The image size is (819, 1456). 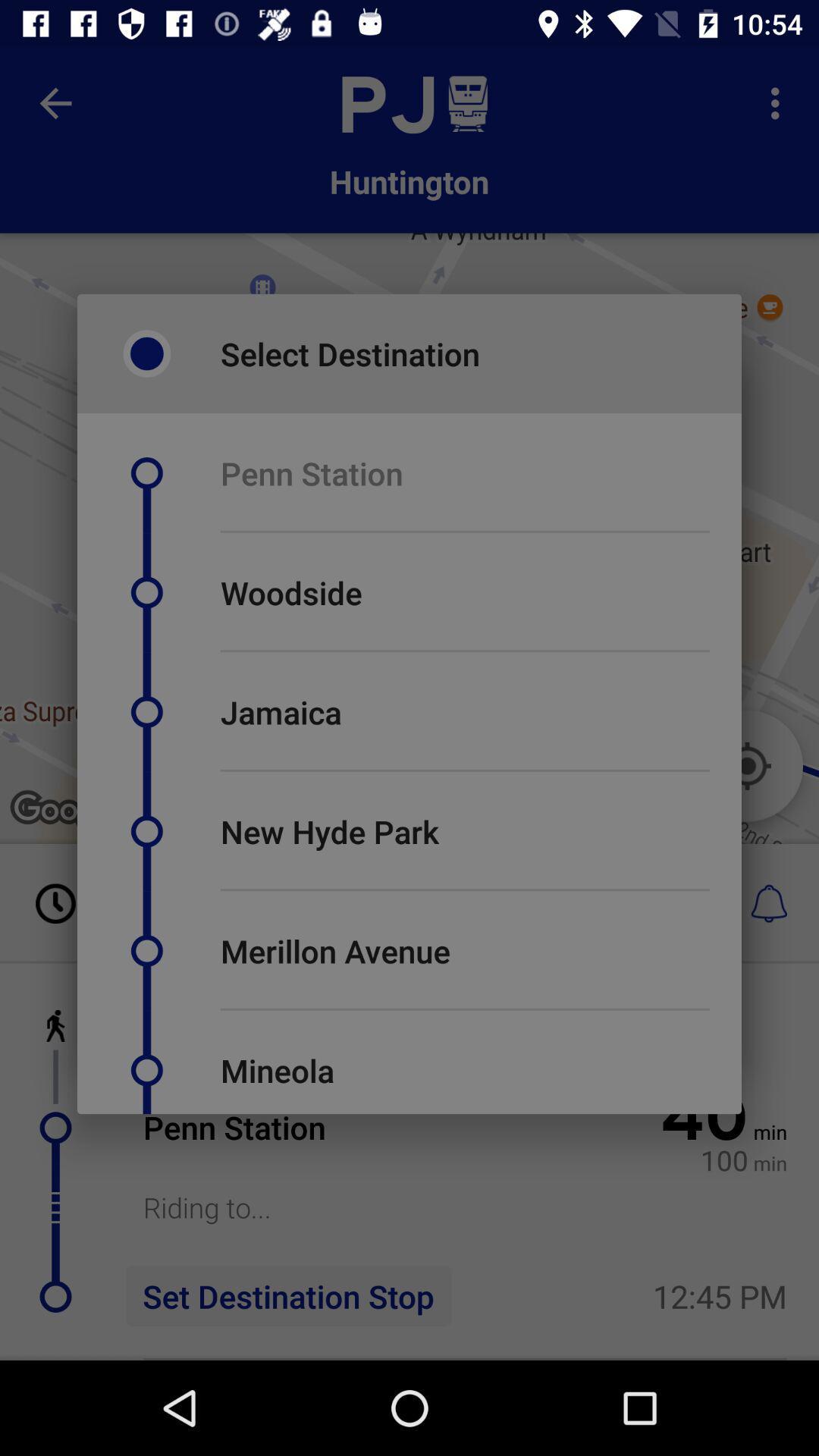 I want to click on merillon avenue icon, so click(x=334, y=949).